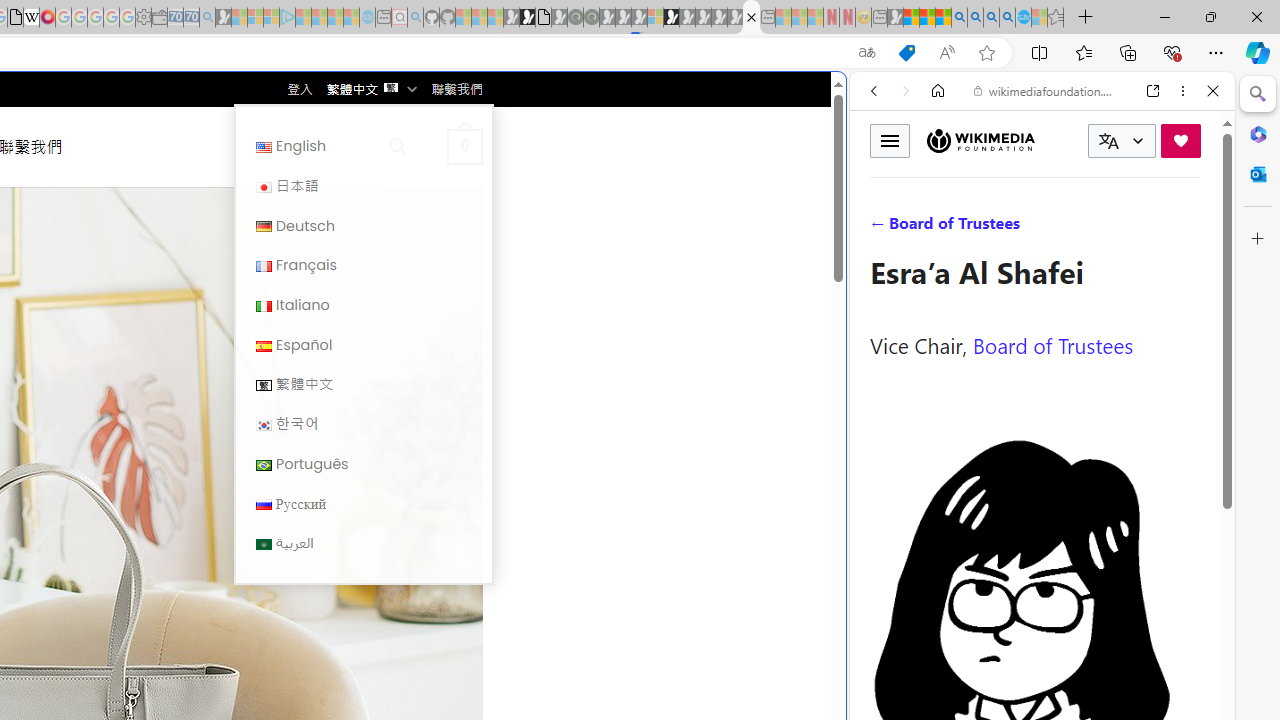  Describe the element at coordinates (1052, 343) in the screenshot. I see `'Board of Trustees'` at that location.